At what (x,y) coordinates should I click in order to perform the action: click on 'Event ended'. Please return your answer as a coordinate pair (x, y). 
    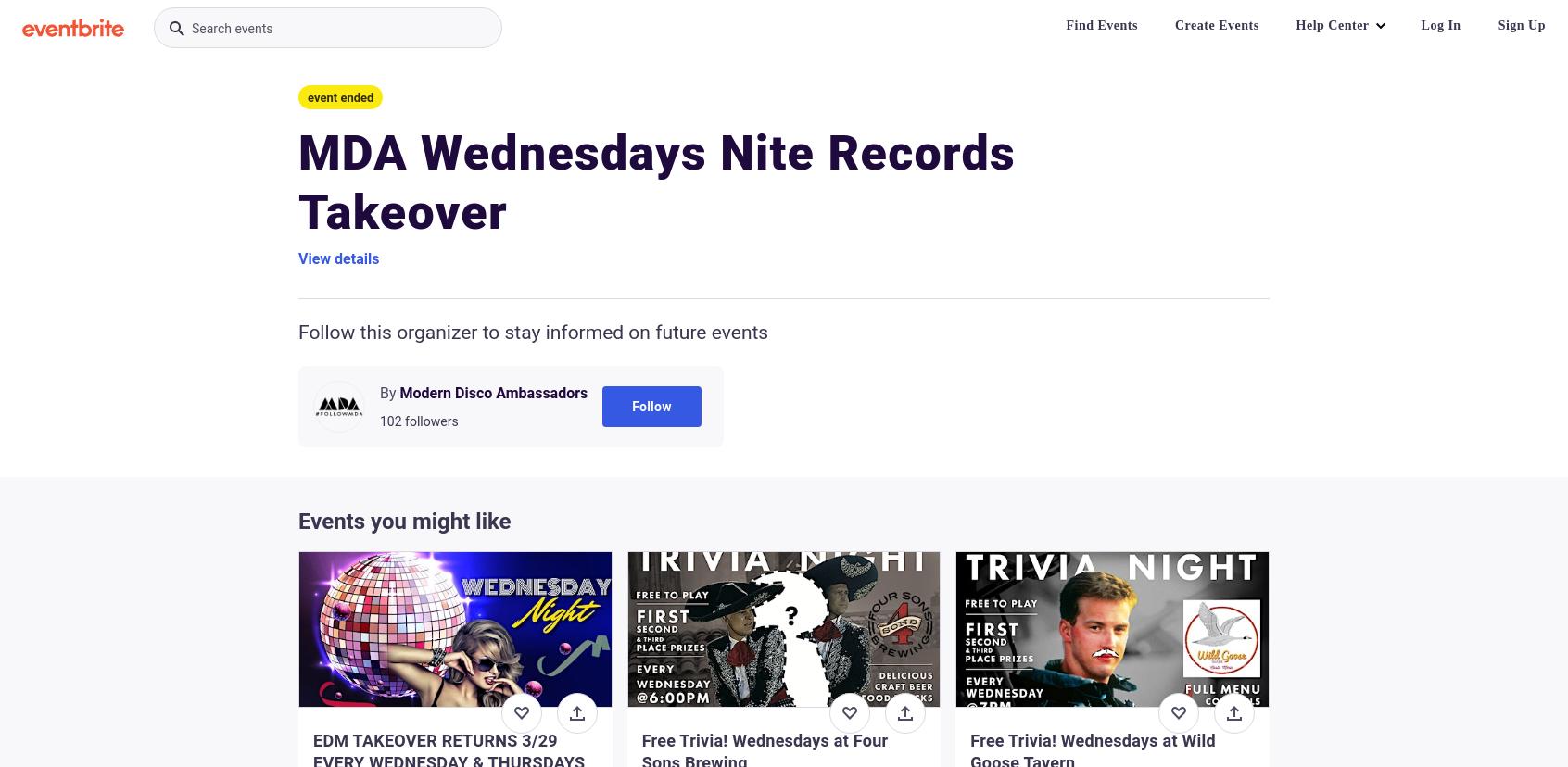
    Looking at the image, I should click on (306, 96).